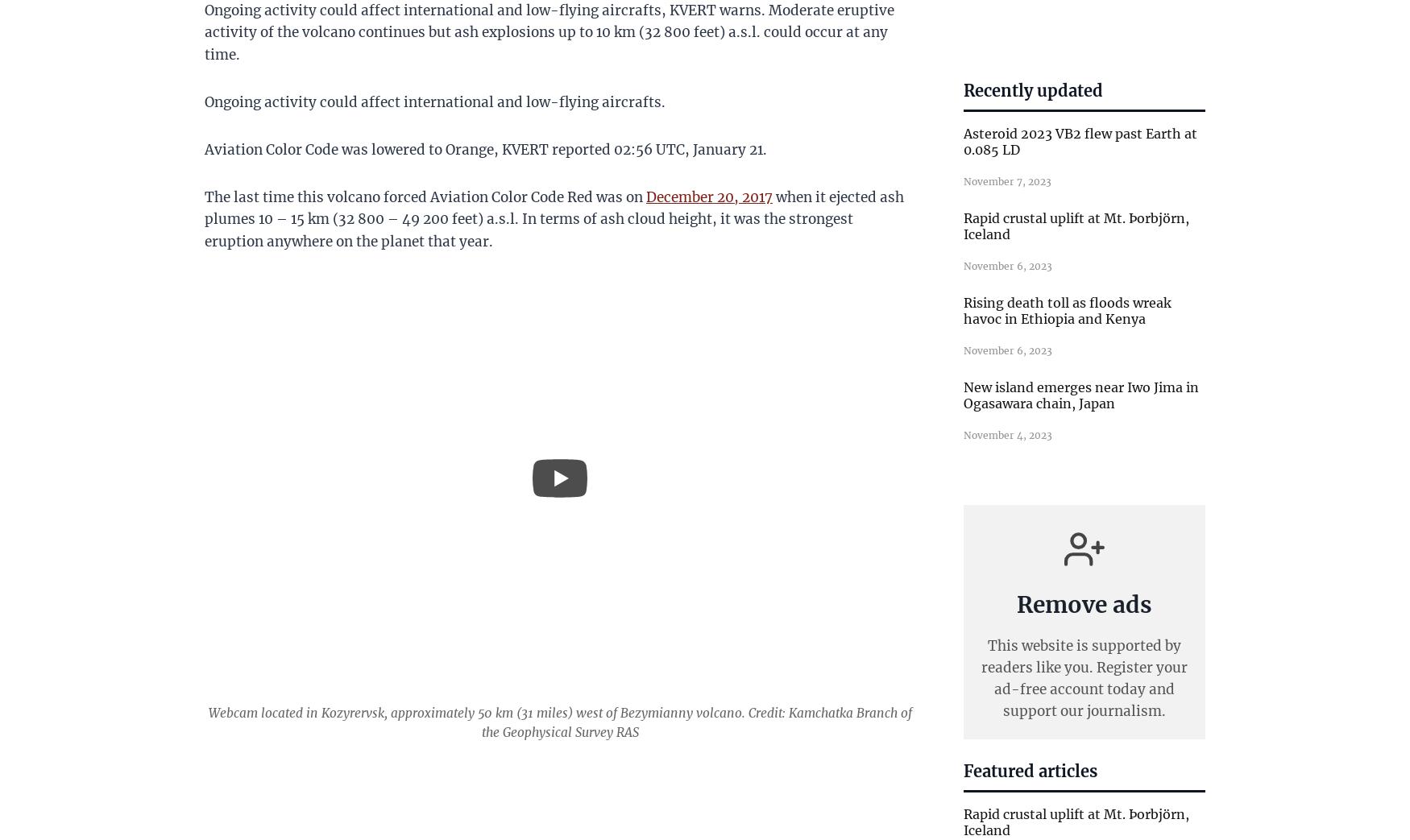 The width and height of the screenshot is (1410, 840). What do you see at coordinates (1030, 770) in the screenshot?
I see `'Featured articles'` at bounding box center [1030, 770].